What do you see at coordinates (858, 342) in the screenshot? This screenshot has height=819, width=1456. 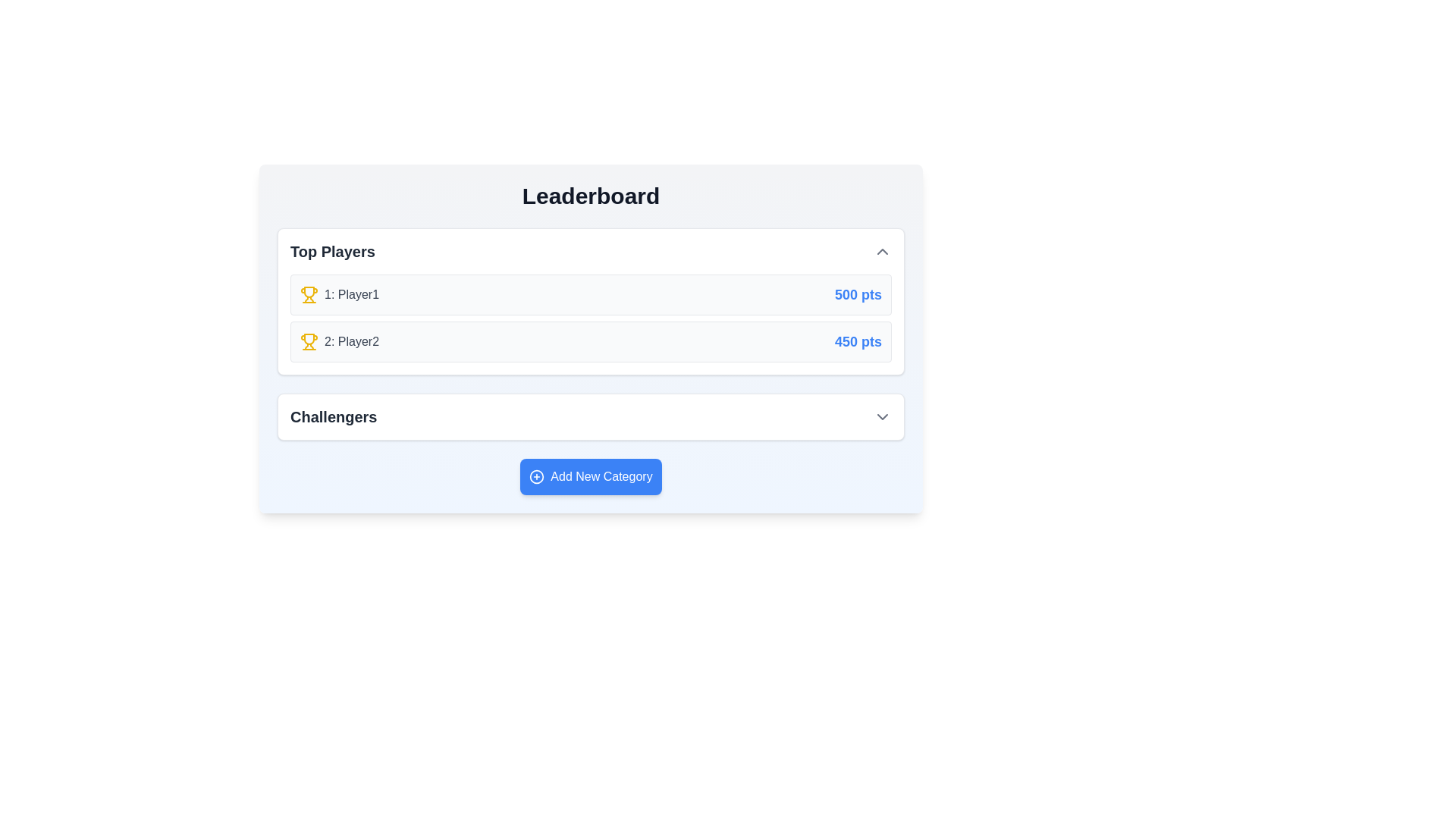 I see `the static text displaying '450 pts' in large bold blue font, located in the second player row of the leaderboard section, aligned towards the right edge` at bounding box center [858, 342].